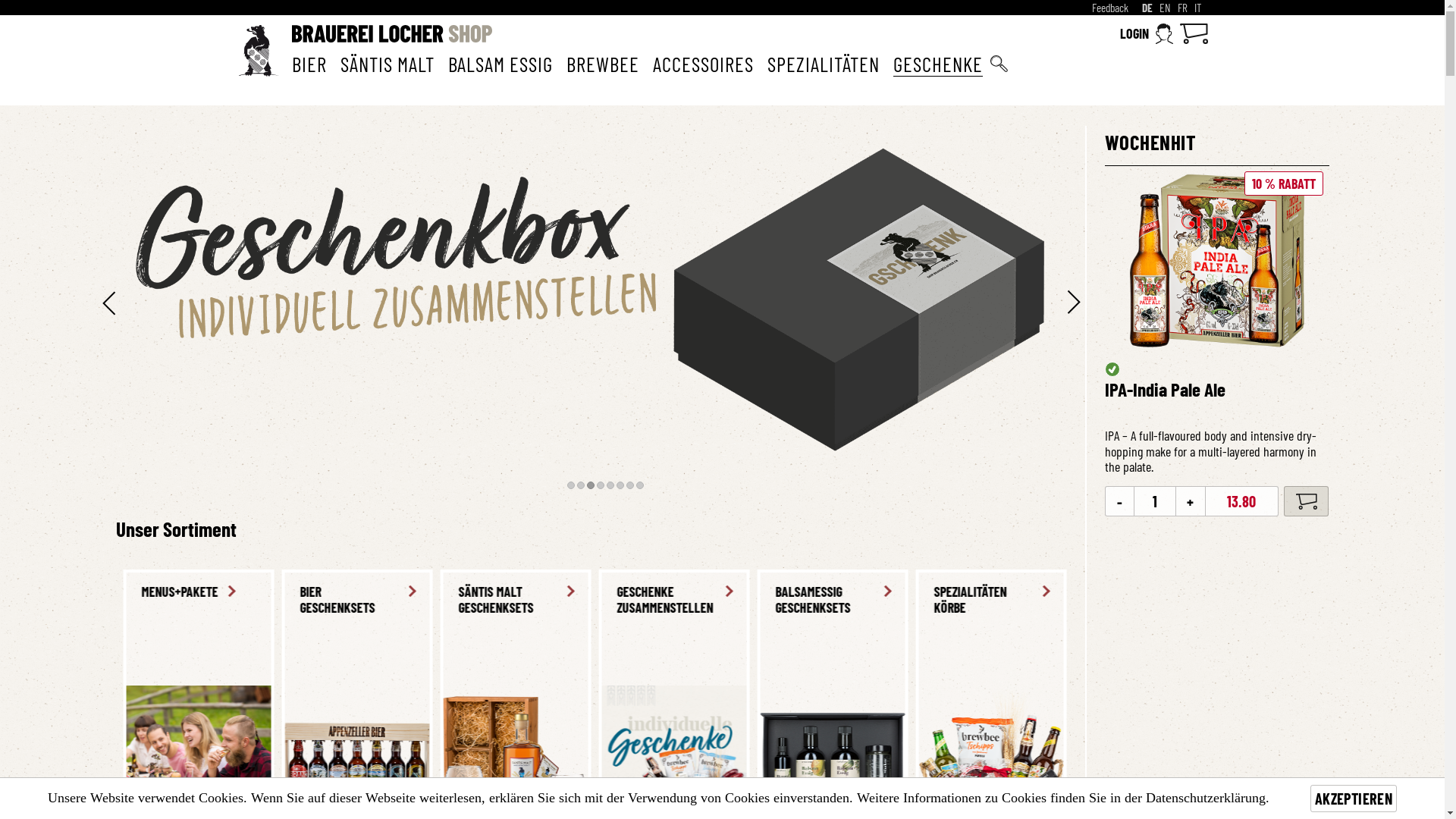  What do you see at coordinates (902, 591) in the screenshot?
I see `'MENUS+PAKETE'` at bounding box center [902, 591].